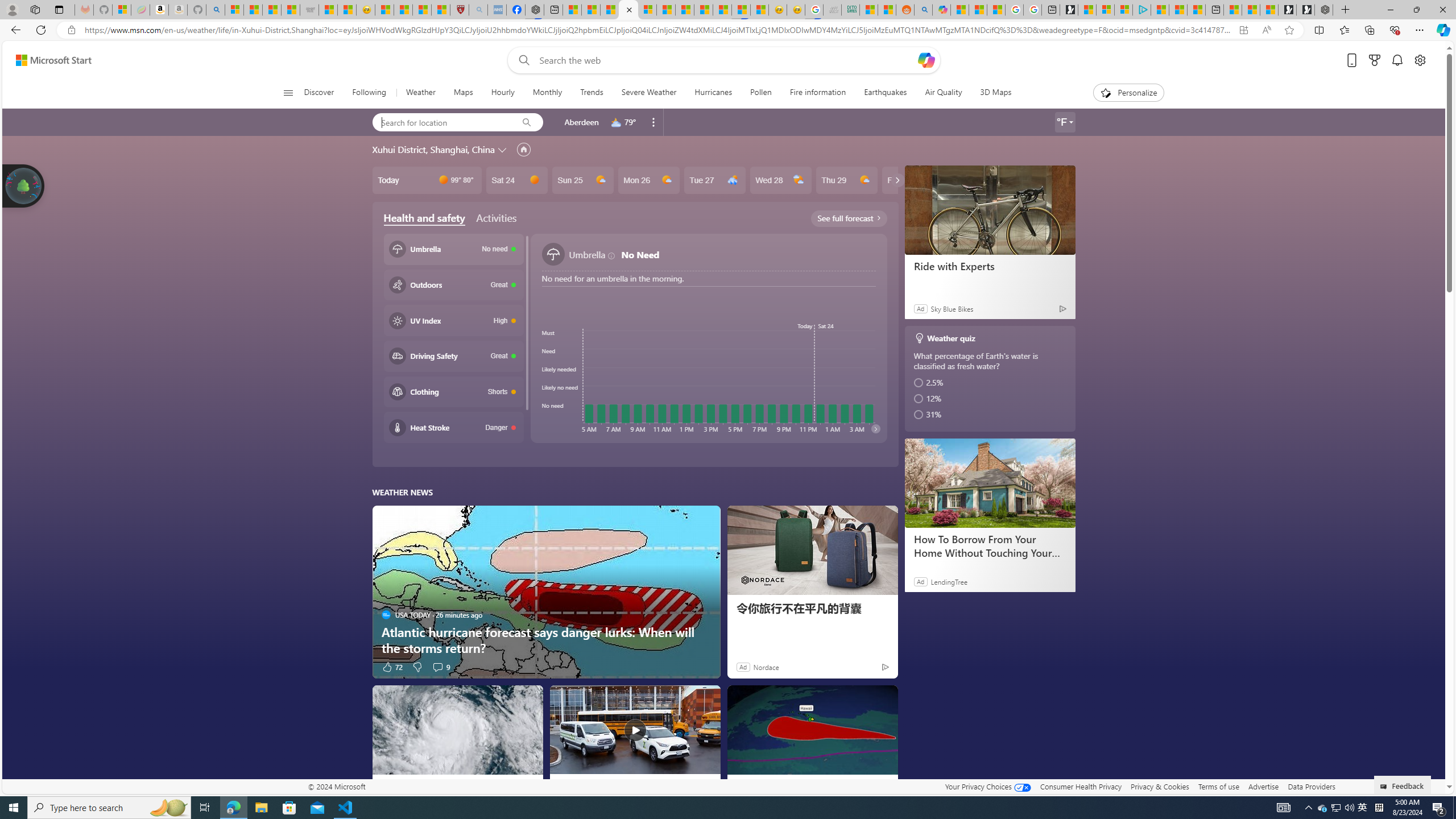 The image size is (1456, 819). What do you see at coordinates (582, 179) in the screenshot?
I see `'Sun 25'` at bounding box center [582, 179].